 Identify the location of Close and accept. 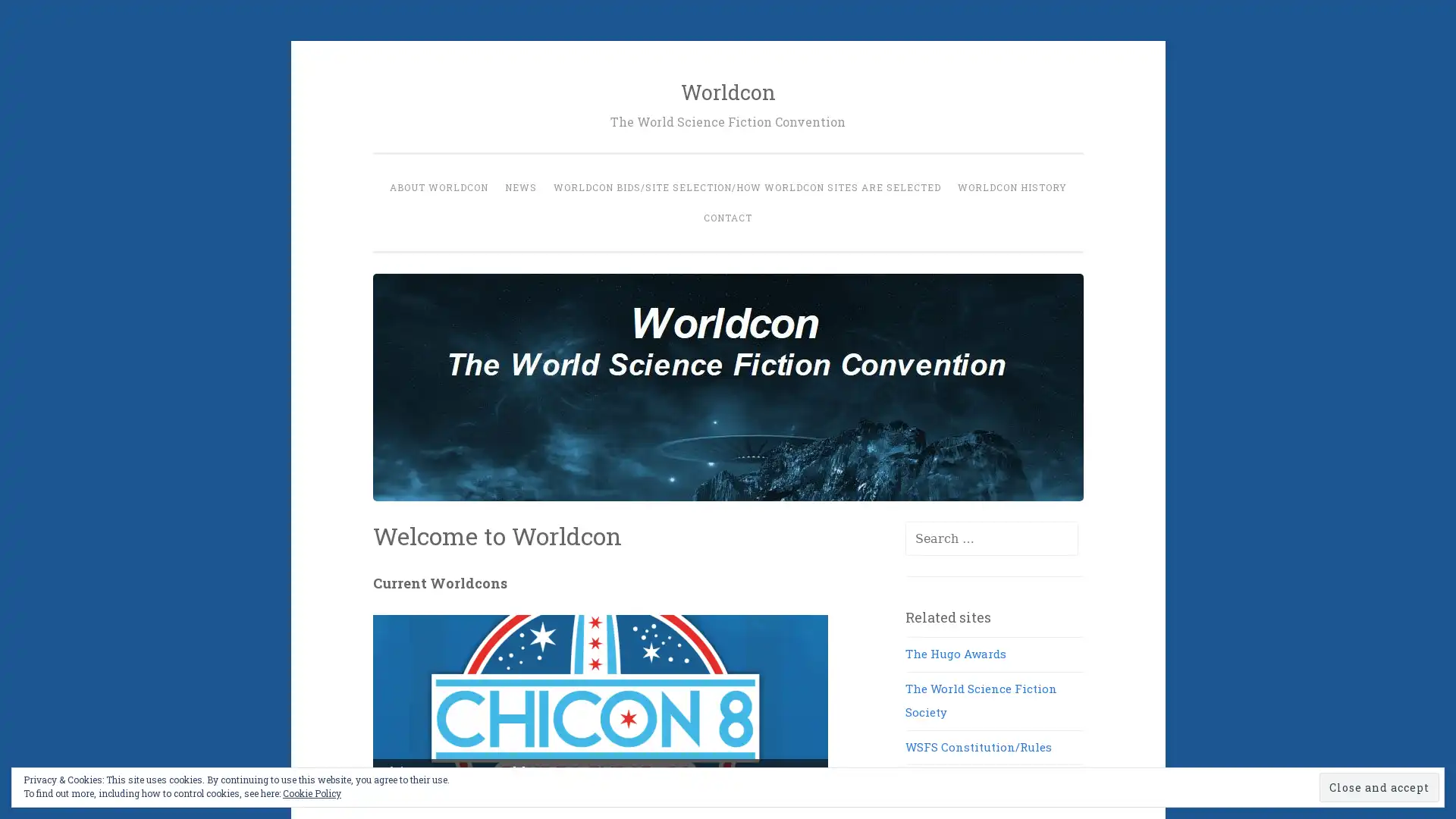
(1379, 786).